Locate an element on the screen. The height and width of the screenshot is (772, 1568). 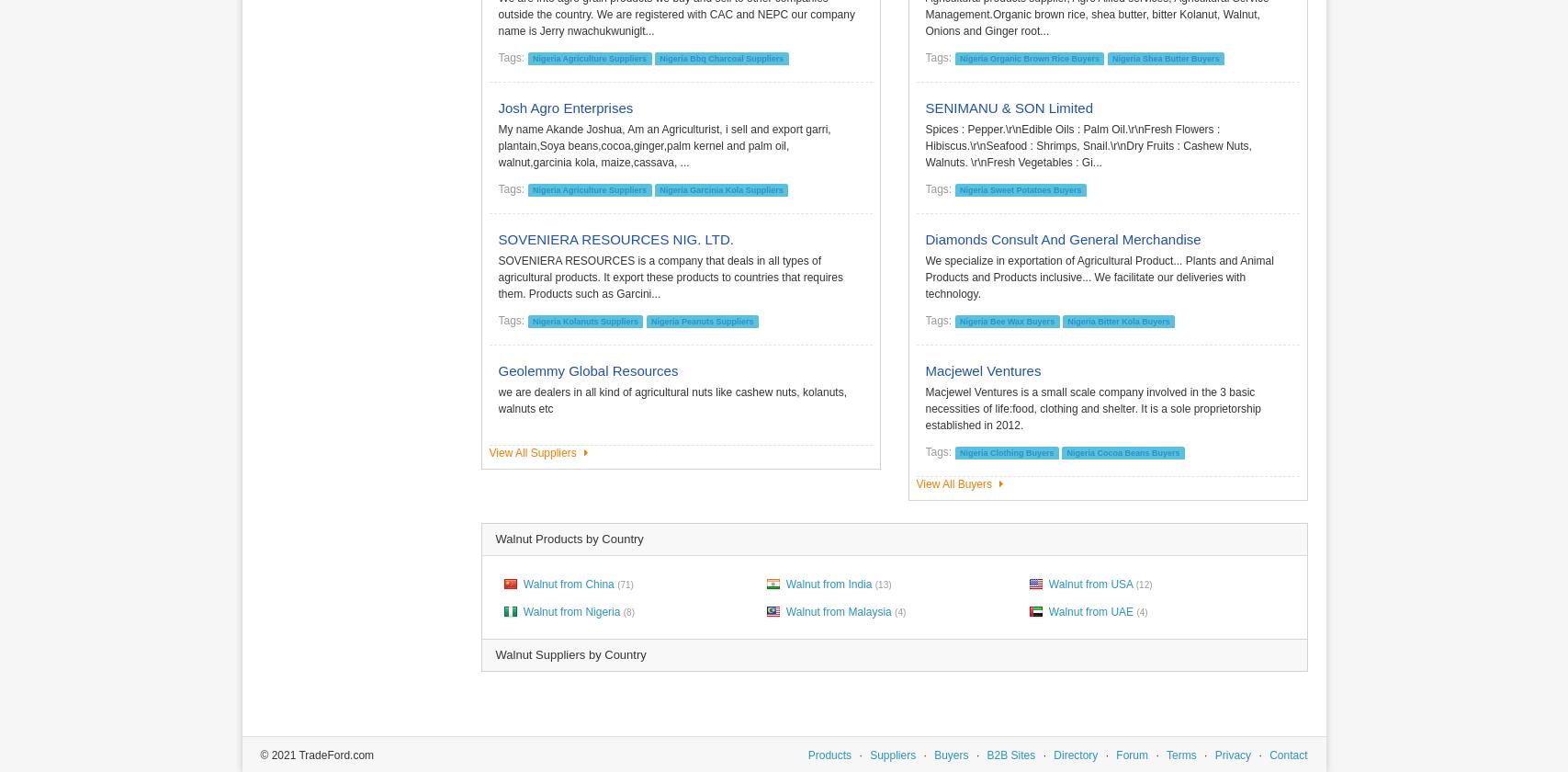
'(13)' is located at coordinates (882, 584).